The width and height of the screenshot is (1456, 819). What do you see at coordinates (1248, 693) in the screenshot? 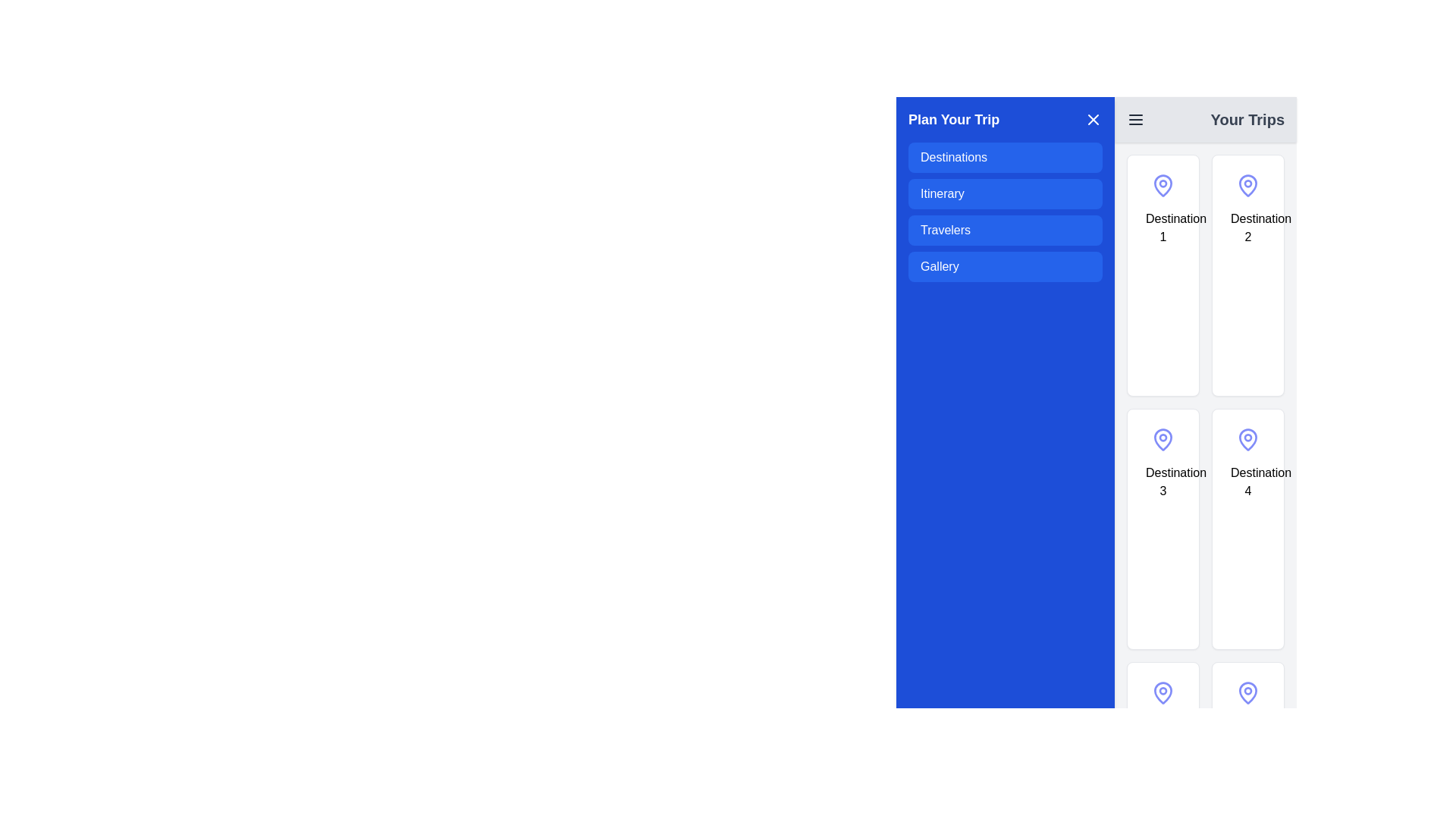
I see `the blue map pin icon above the text 'Destination 6'` at bounding box center [1248, 693].